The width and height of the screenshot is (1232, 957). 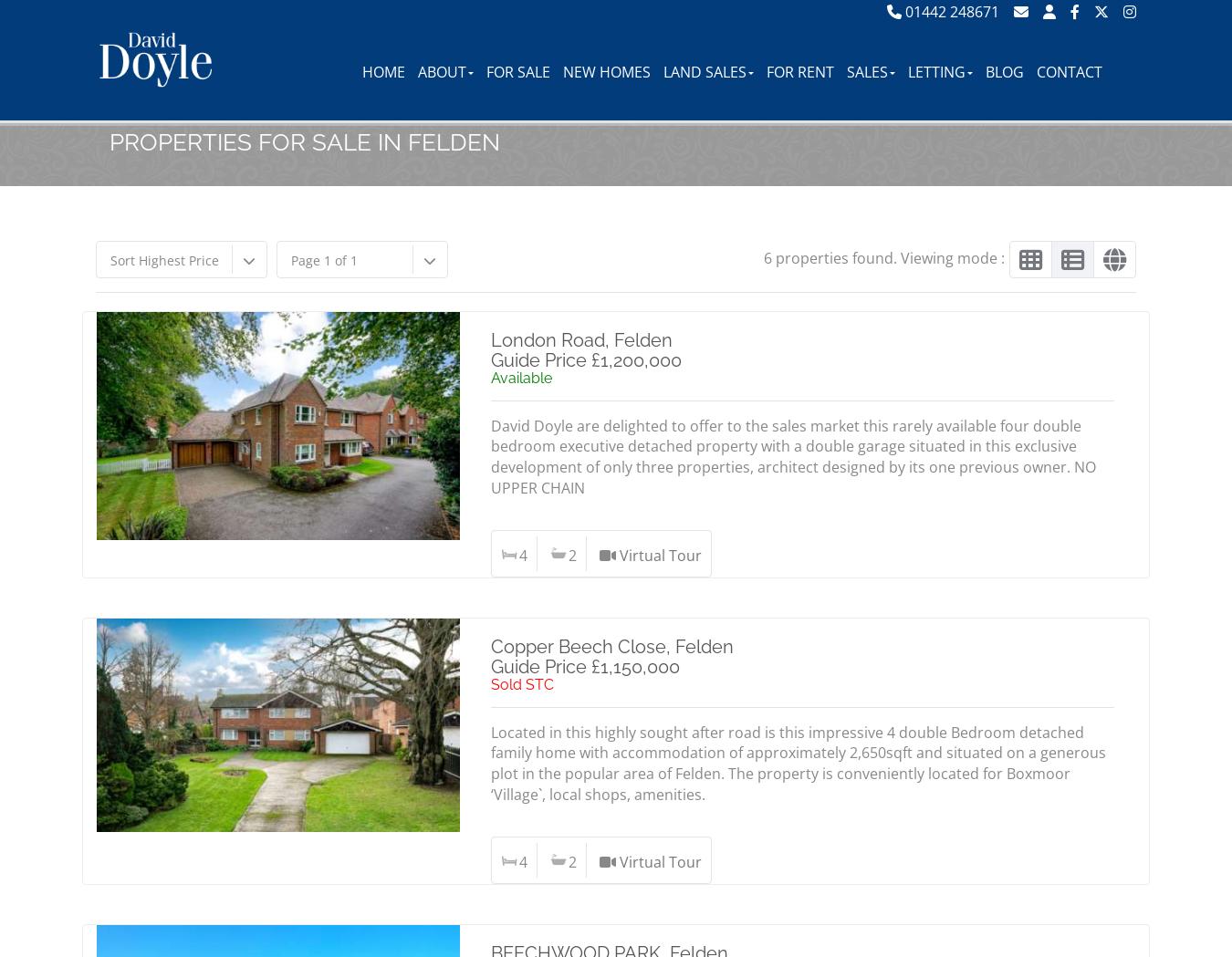 I want to click on 'About', so click(x=441, y=71).